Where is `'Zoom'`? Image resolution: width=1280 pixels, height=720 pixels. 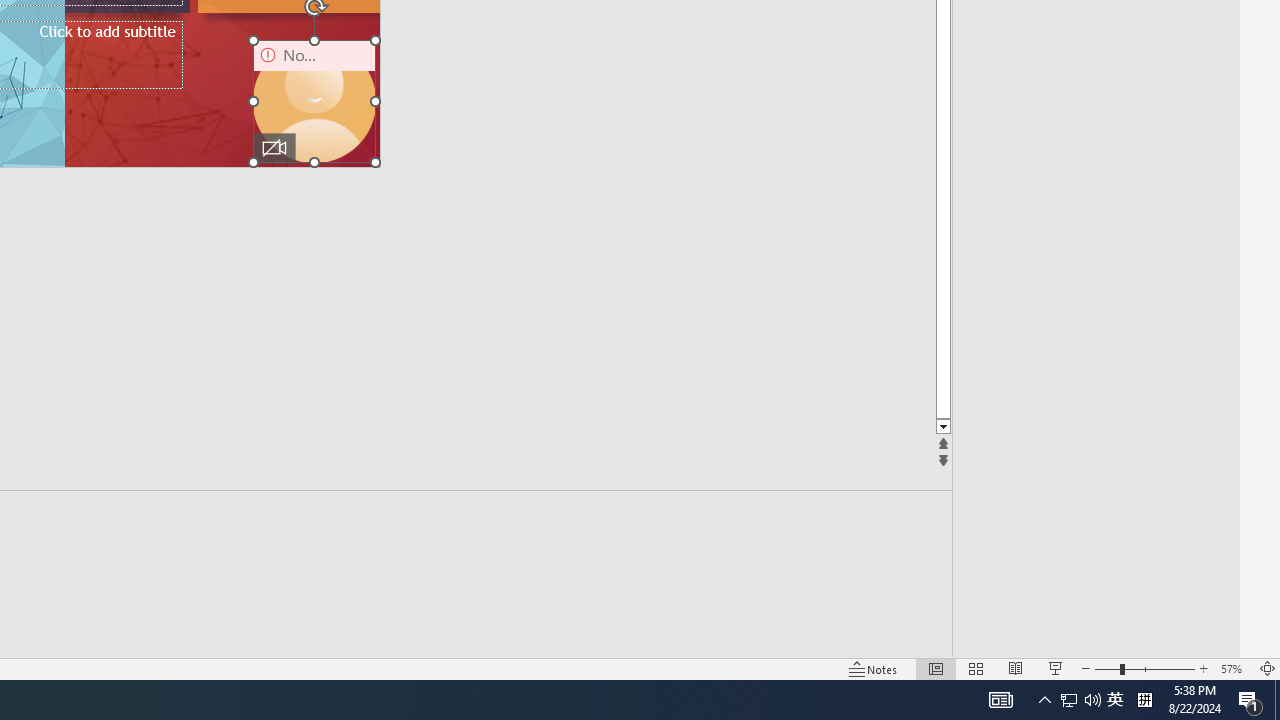
'Zoom' is located at coordinates (1144, 669).